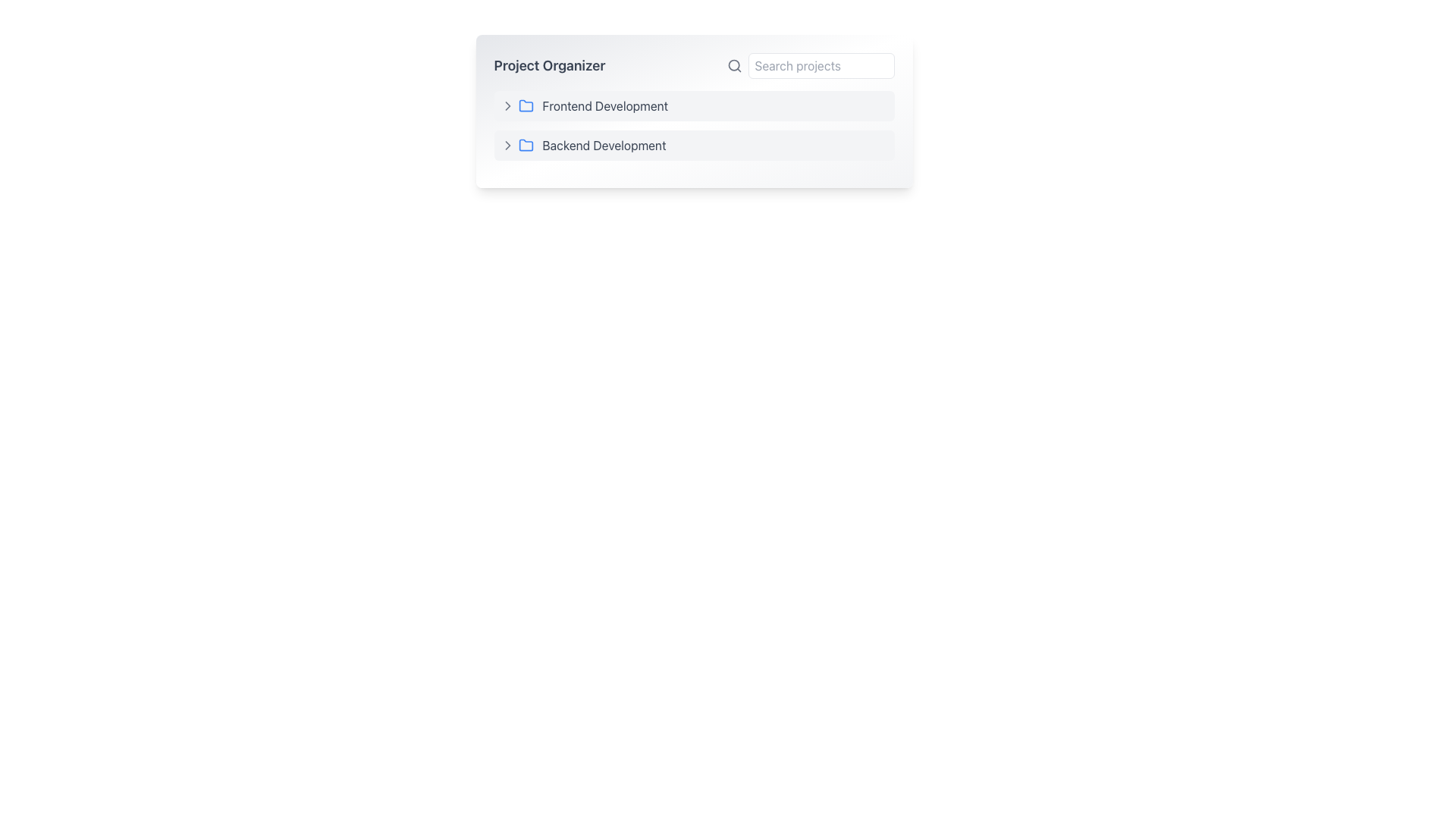 Image resolution: width=1456 pixels, height=819 pixels. I want to click on the text label that describes the 'Frontend Development' folder in the 'Project Organizer' section, so click(604, 105).